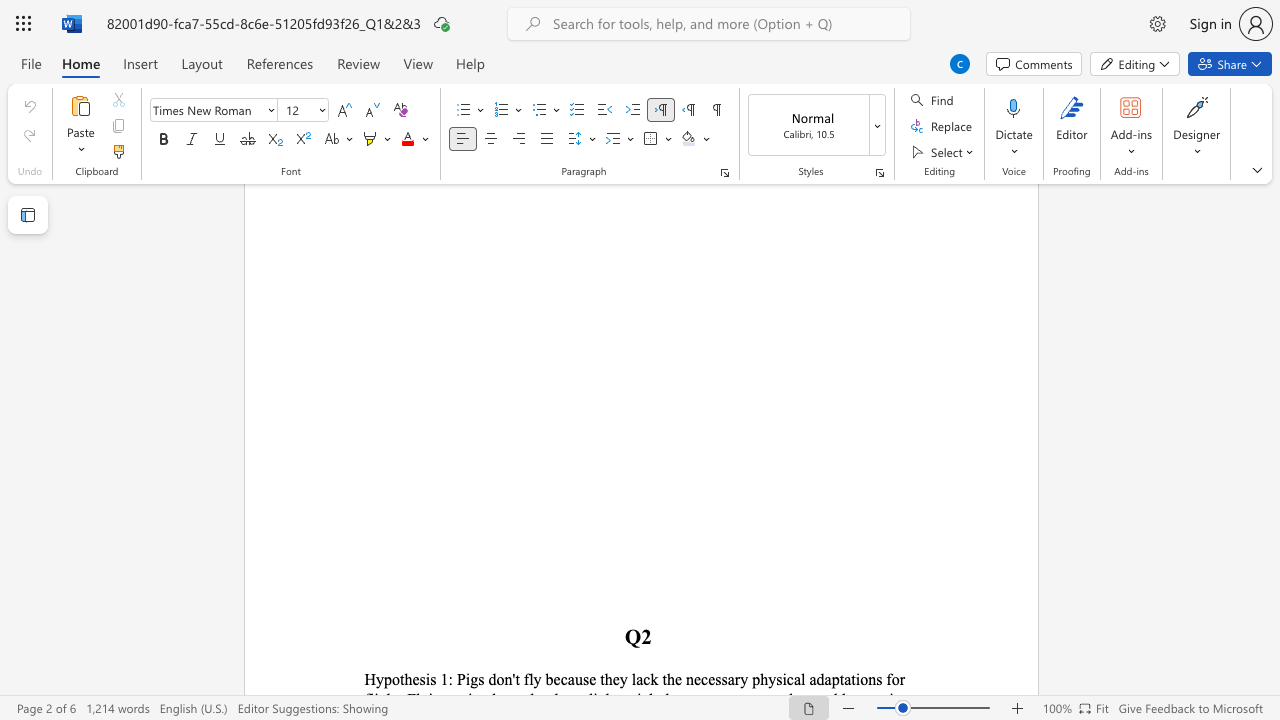  Describe the element at coordinates (384, 678) in the screenshot. I see `the space between the continuous character "y" and "p" in the text` at that location.